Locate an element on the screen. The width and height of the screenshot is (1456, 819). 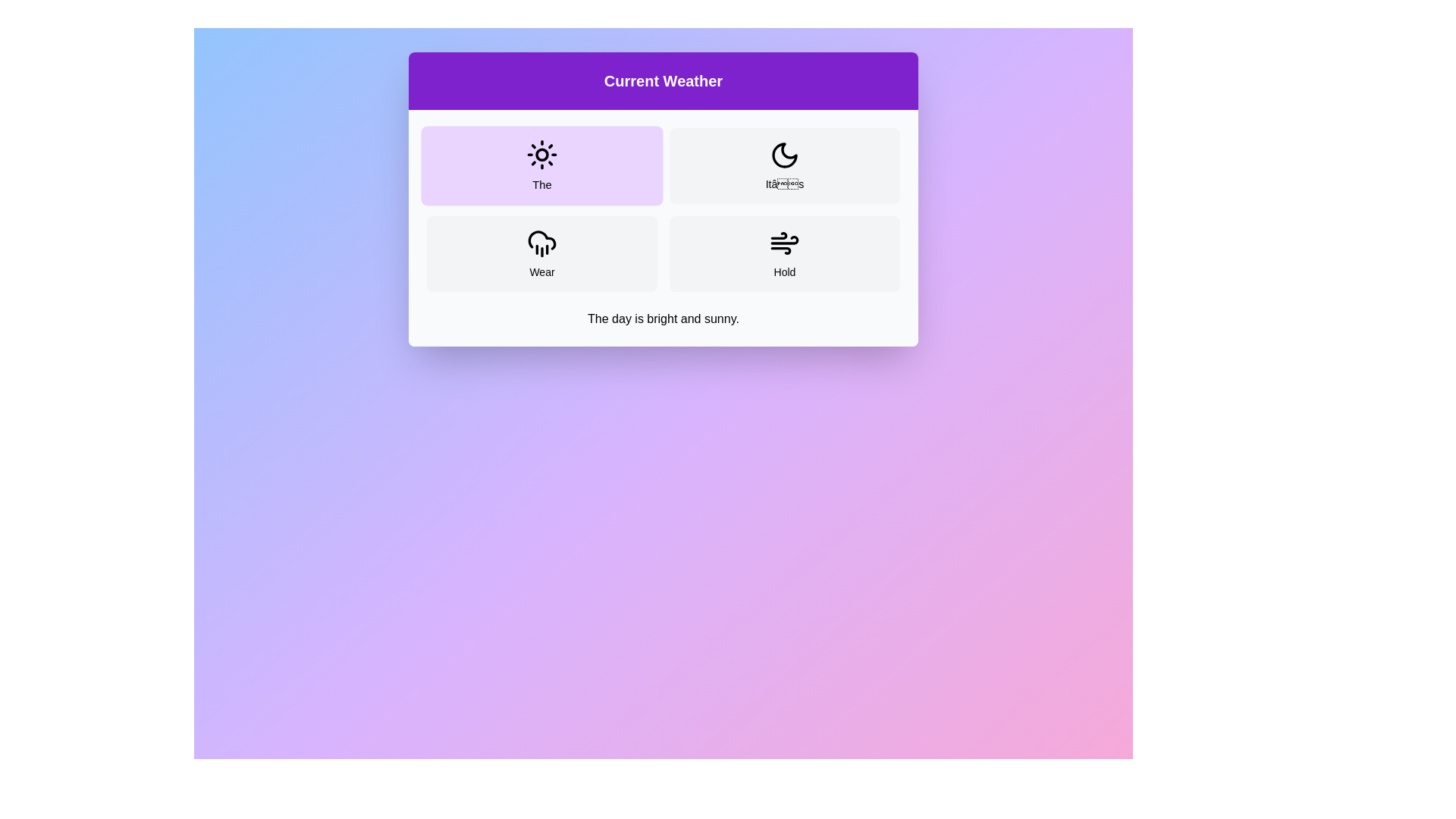
the weather option cloudy by clicking on its corresponding area is located at coordinates (785, 166).